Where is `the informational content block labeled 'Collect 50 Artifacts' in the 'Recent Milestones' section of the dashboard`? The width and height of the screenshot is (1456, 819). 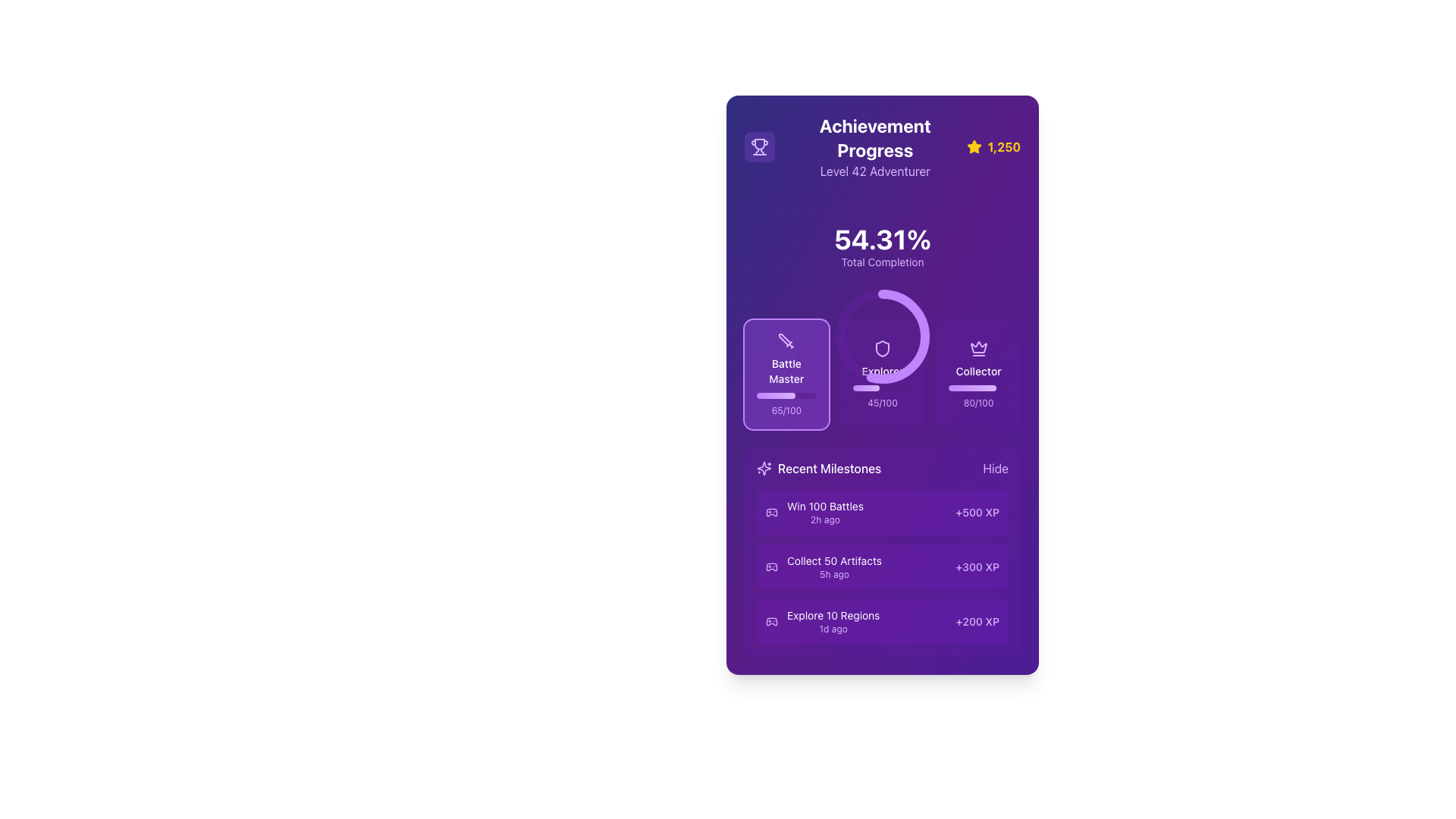
the informational content block labeled 'Collect 50 Artifacts' in the 'Recent Milestones' section of the dashboard is located at coordinates (823, 567).